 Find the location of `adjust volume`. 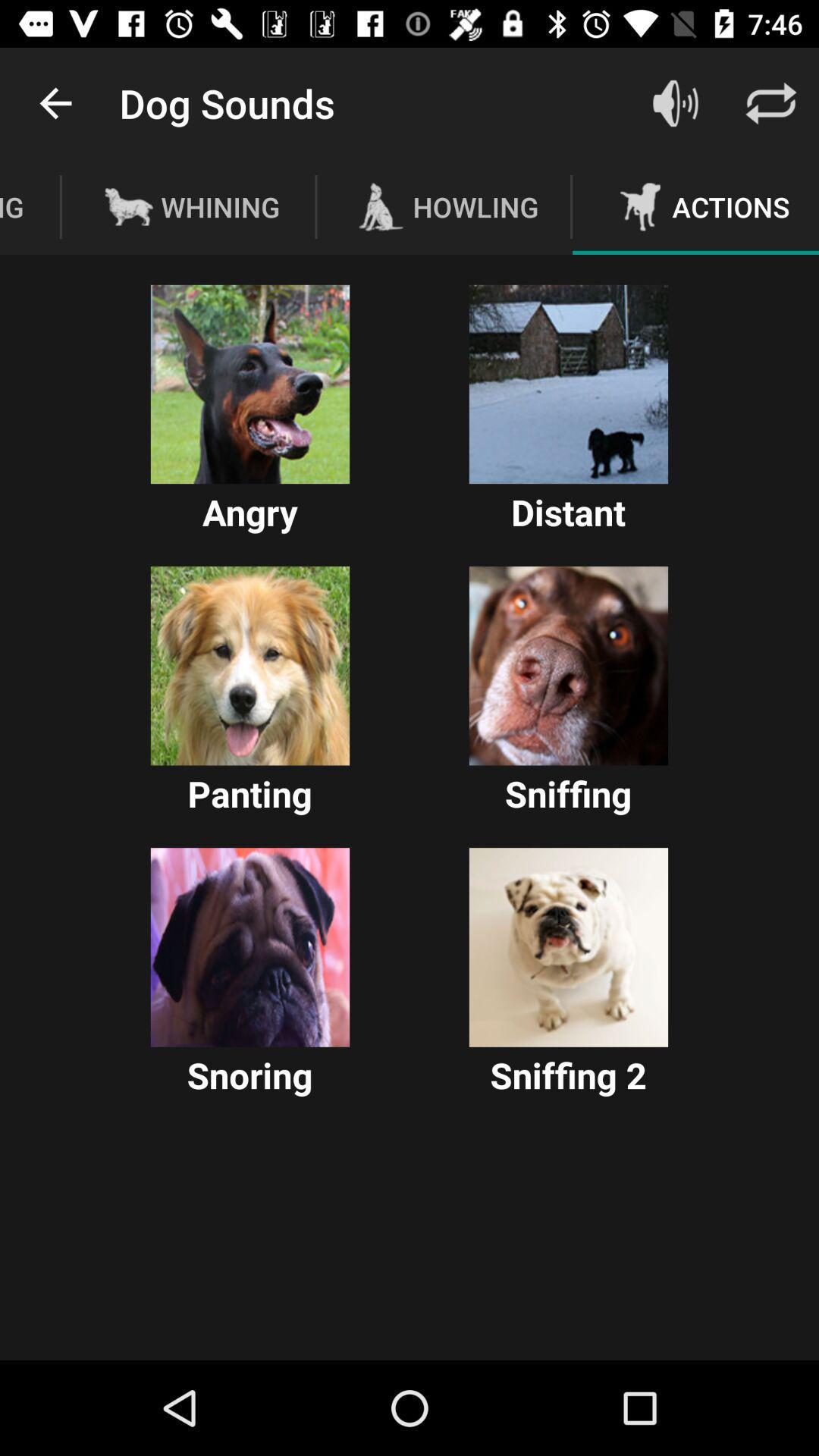

adjust volume is located at coordinates (675, 102).